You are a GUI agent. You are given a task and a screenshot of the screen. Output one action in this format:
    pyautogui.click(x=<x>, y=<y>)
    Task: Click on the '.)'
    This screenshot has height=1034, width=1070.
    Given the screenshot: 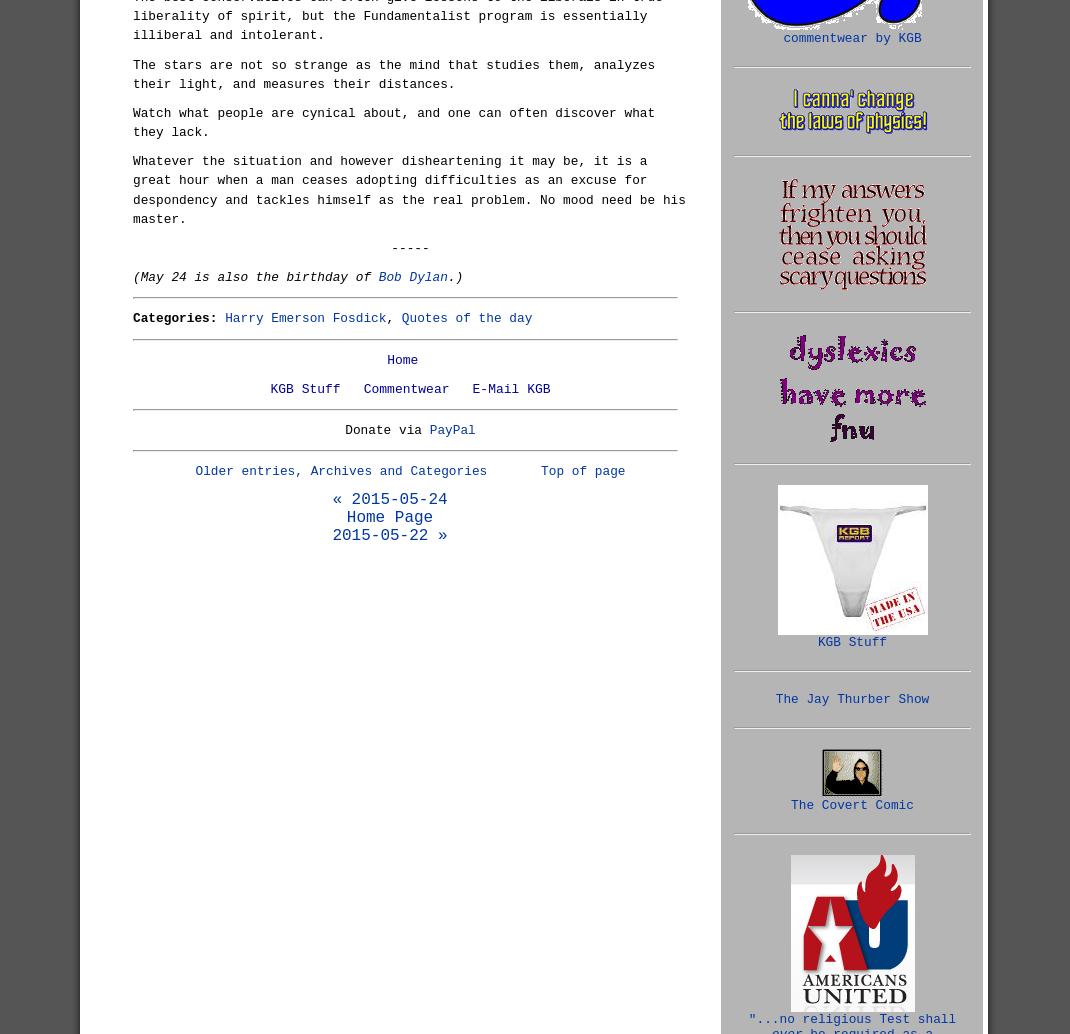 What is the action you would take?
    pyautogui.click(x=447, y=276)
    